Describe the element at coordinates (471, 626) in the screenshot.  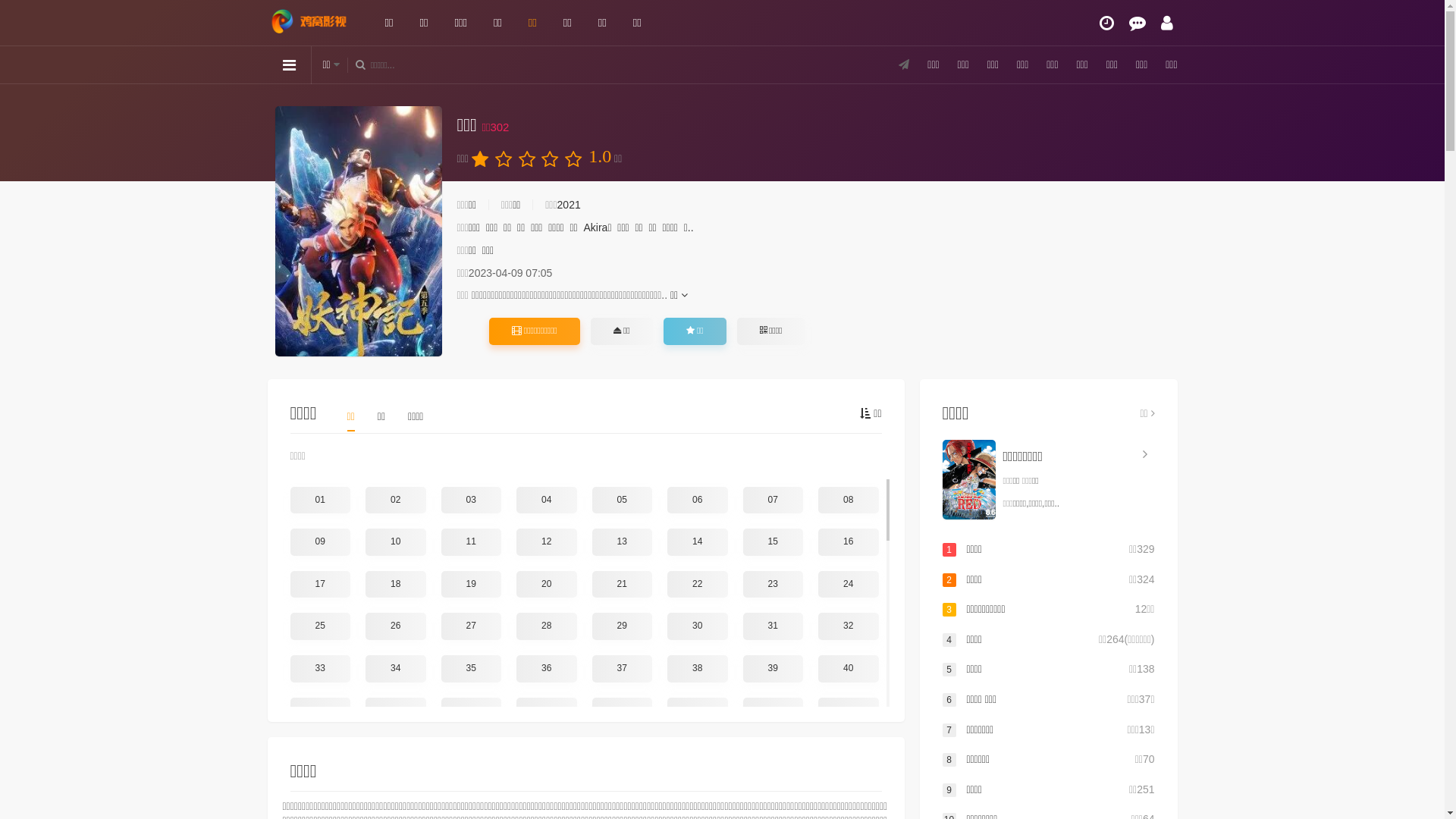
I see `'27'` at that location.